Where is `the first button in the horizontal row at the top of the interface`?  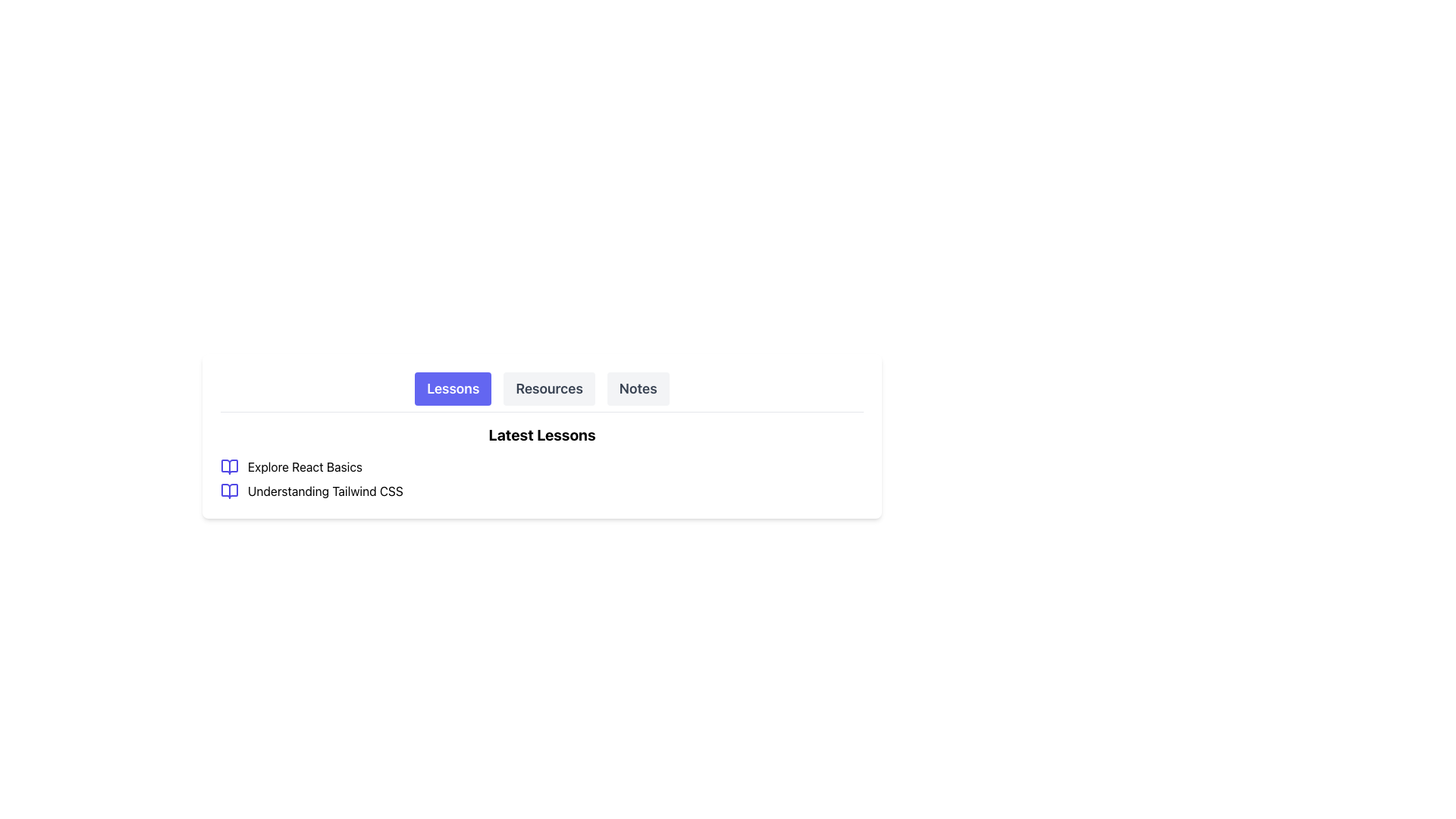
the first button in the horizontal row at the top of the interface is located at coordinates (452, 388).